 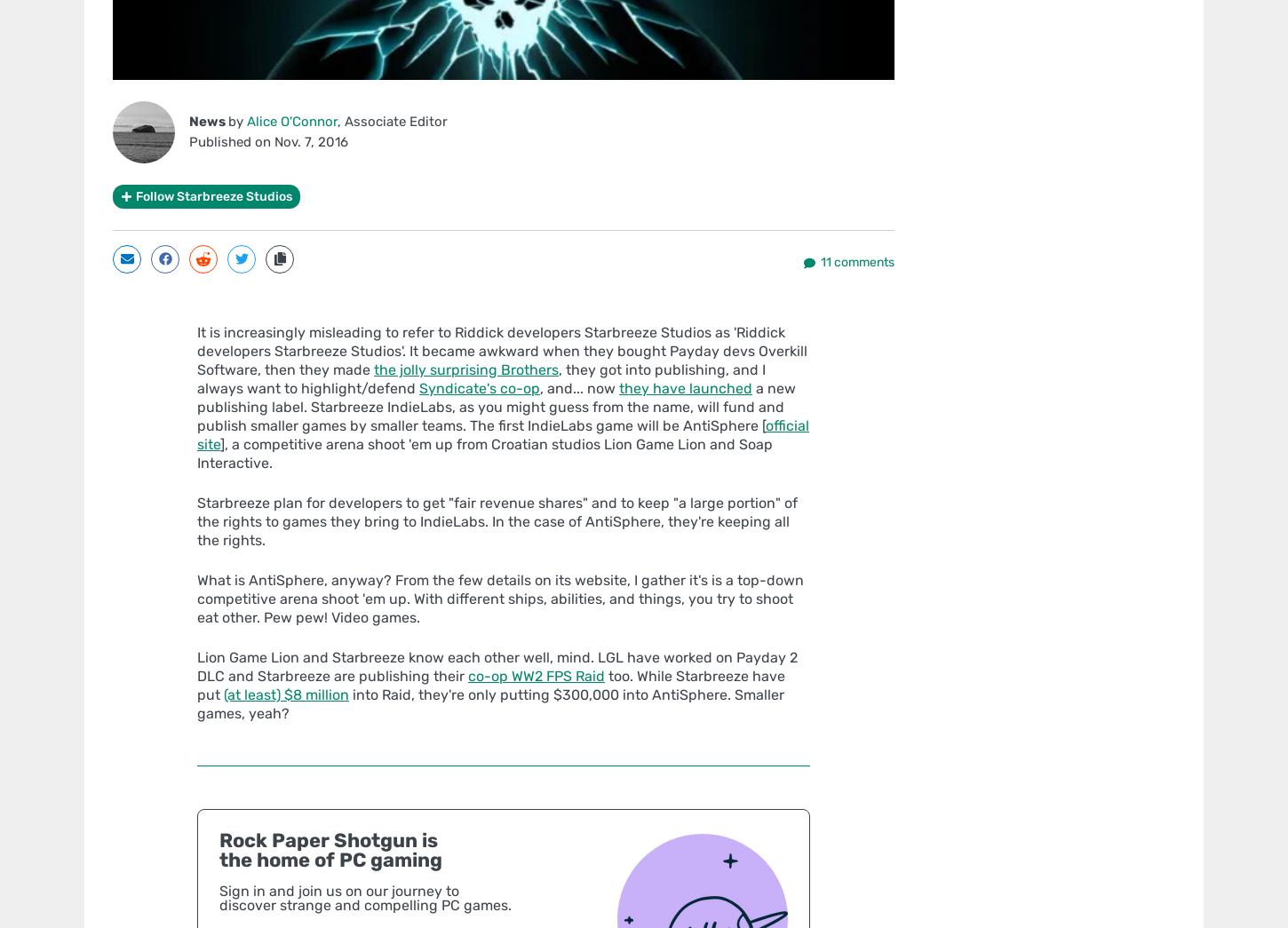 What do you see at coordinates (485, 451) in the screenshot?
I see `'], a competitive arena shoot 'em up from Croatian studios Lion Game Lion and Soap Interactive.'` at bounding box center [485, 451].